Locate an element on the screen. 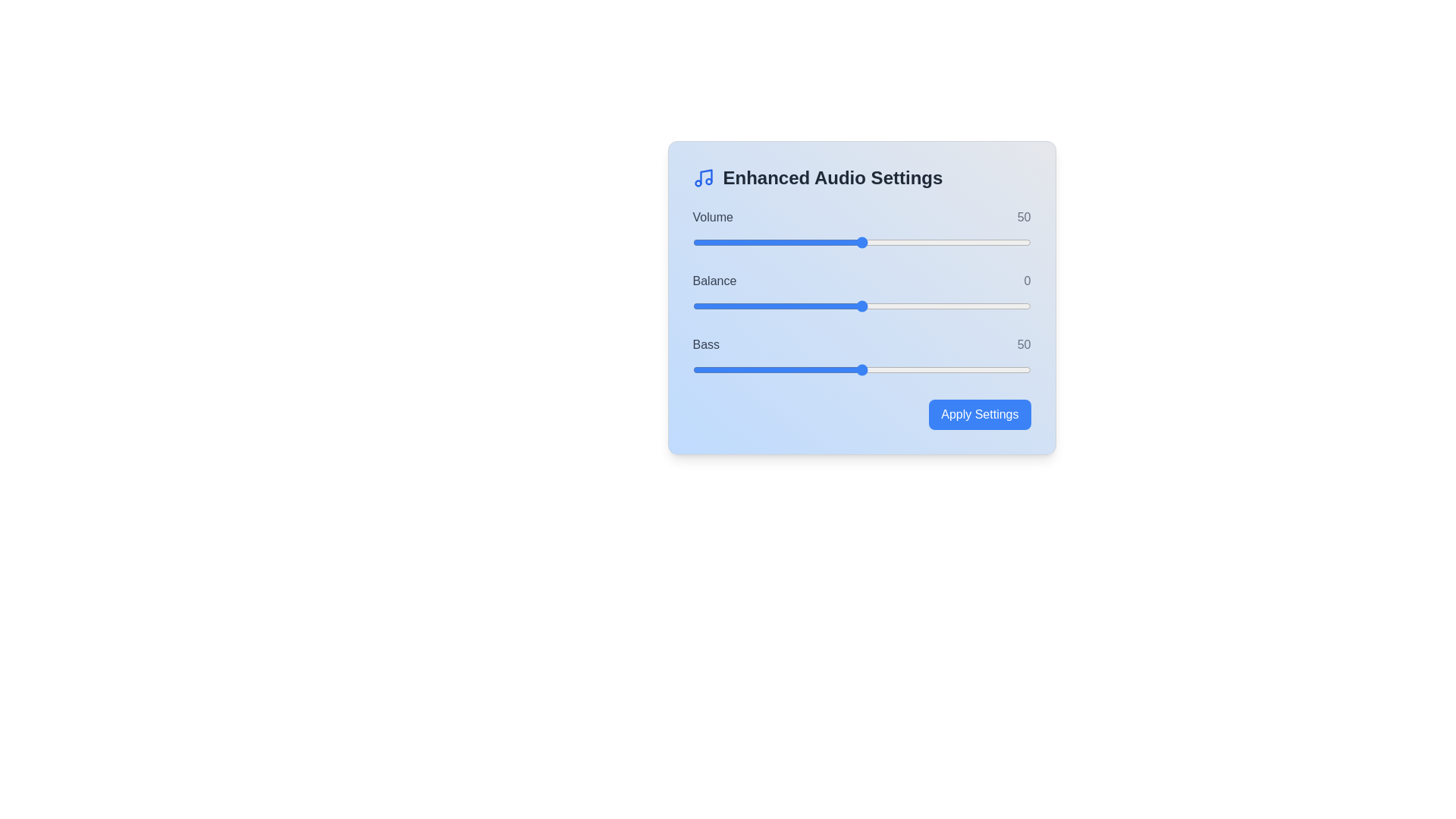 The width and height of the screenshot is (1456, 819). the bass slider to 57 percent is located at coordinates (885, 370).